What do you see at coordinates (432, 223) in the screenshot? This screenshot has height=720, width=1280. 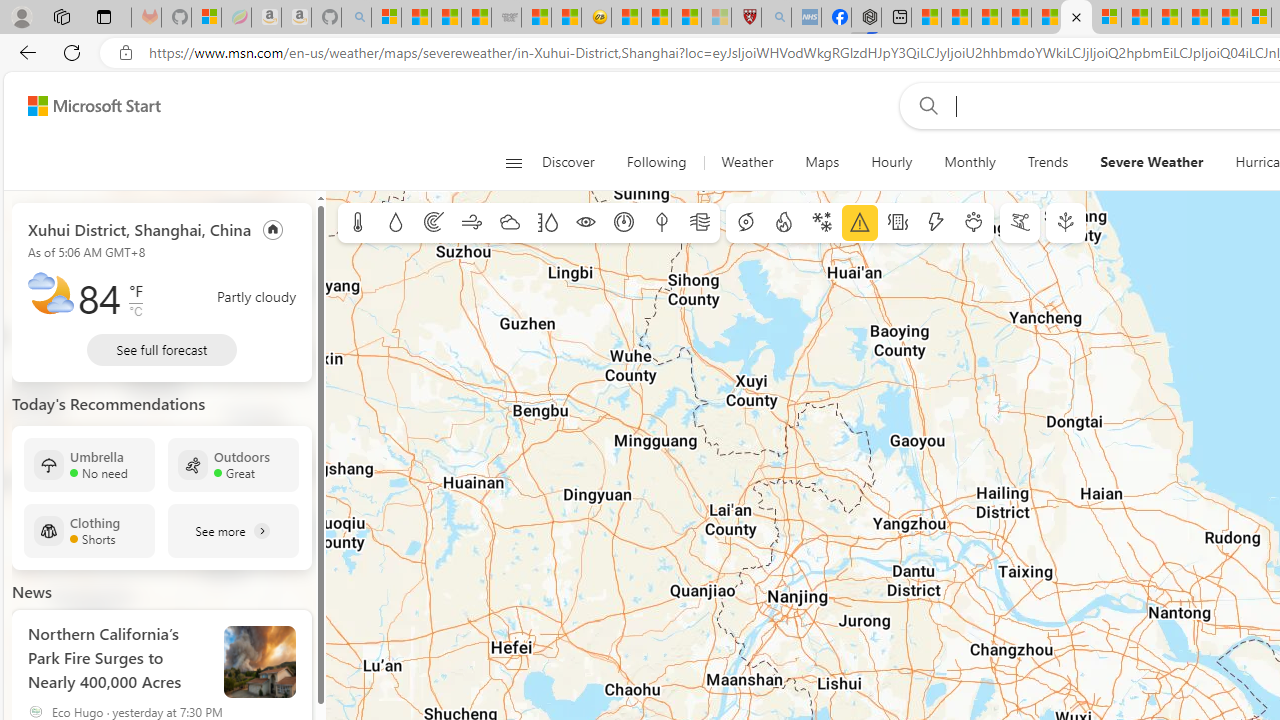 I see `'Radar'` at bounding box center [432, 223].